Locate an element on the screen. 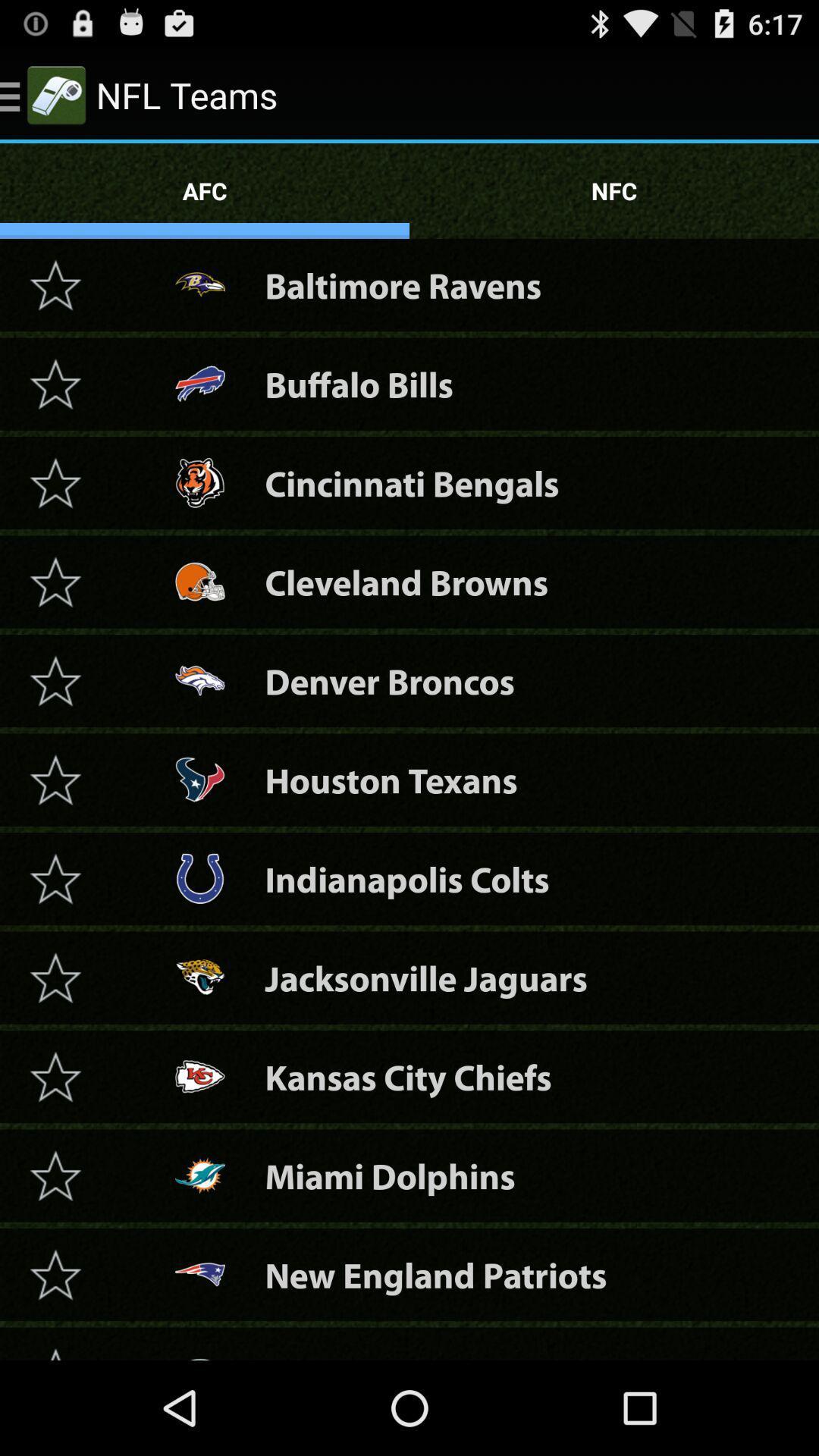 The height and width of the screenshot is (1456, 819). miami dolphins app is located at coordinates (389, 1175).